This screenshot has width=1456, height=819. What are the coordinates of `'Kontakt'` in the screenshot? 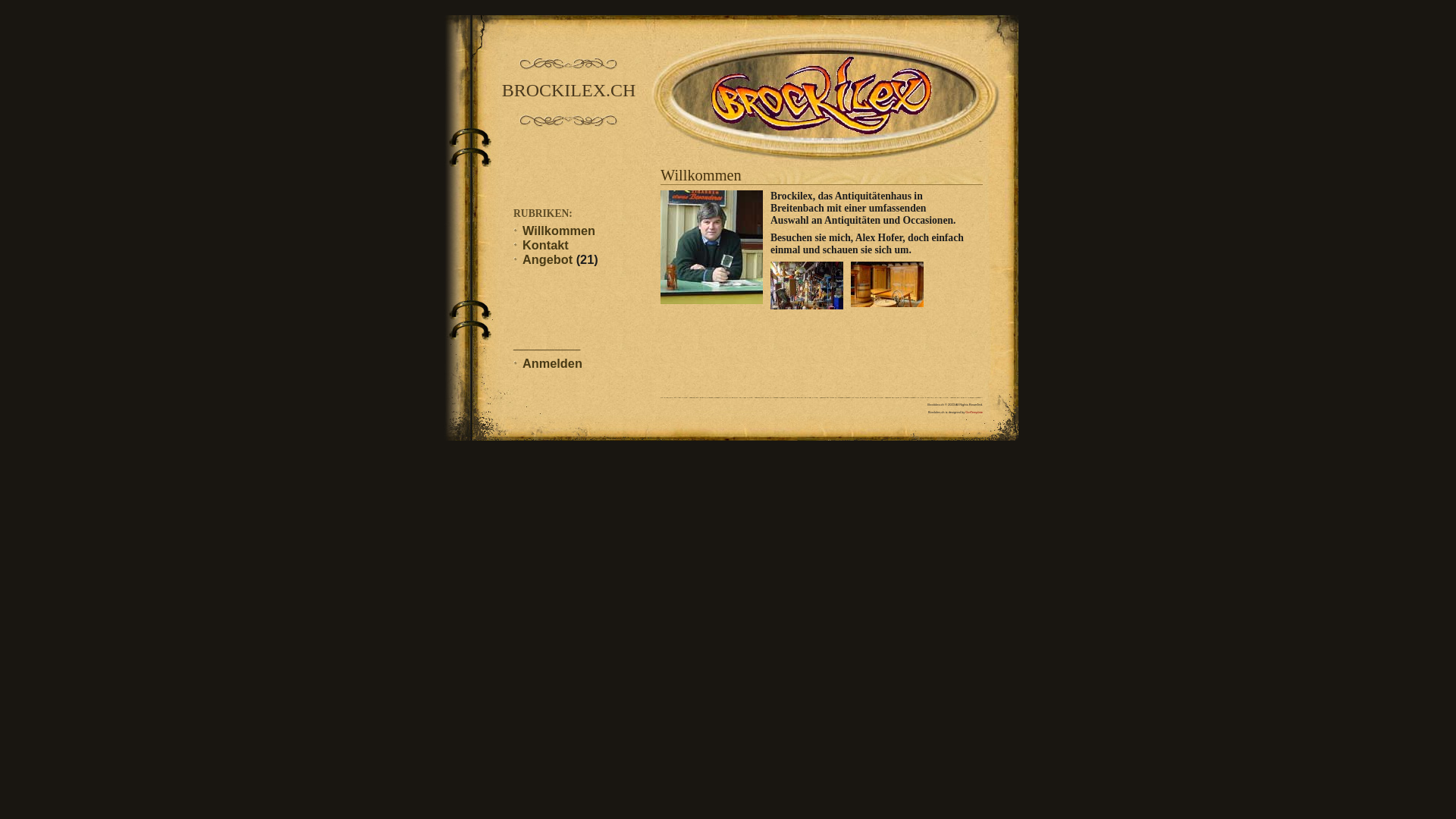 It's located at (545, 244).